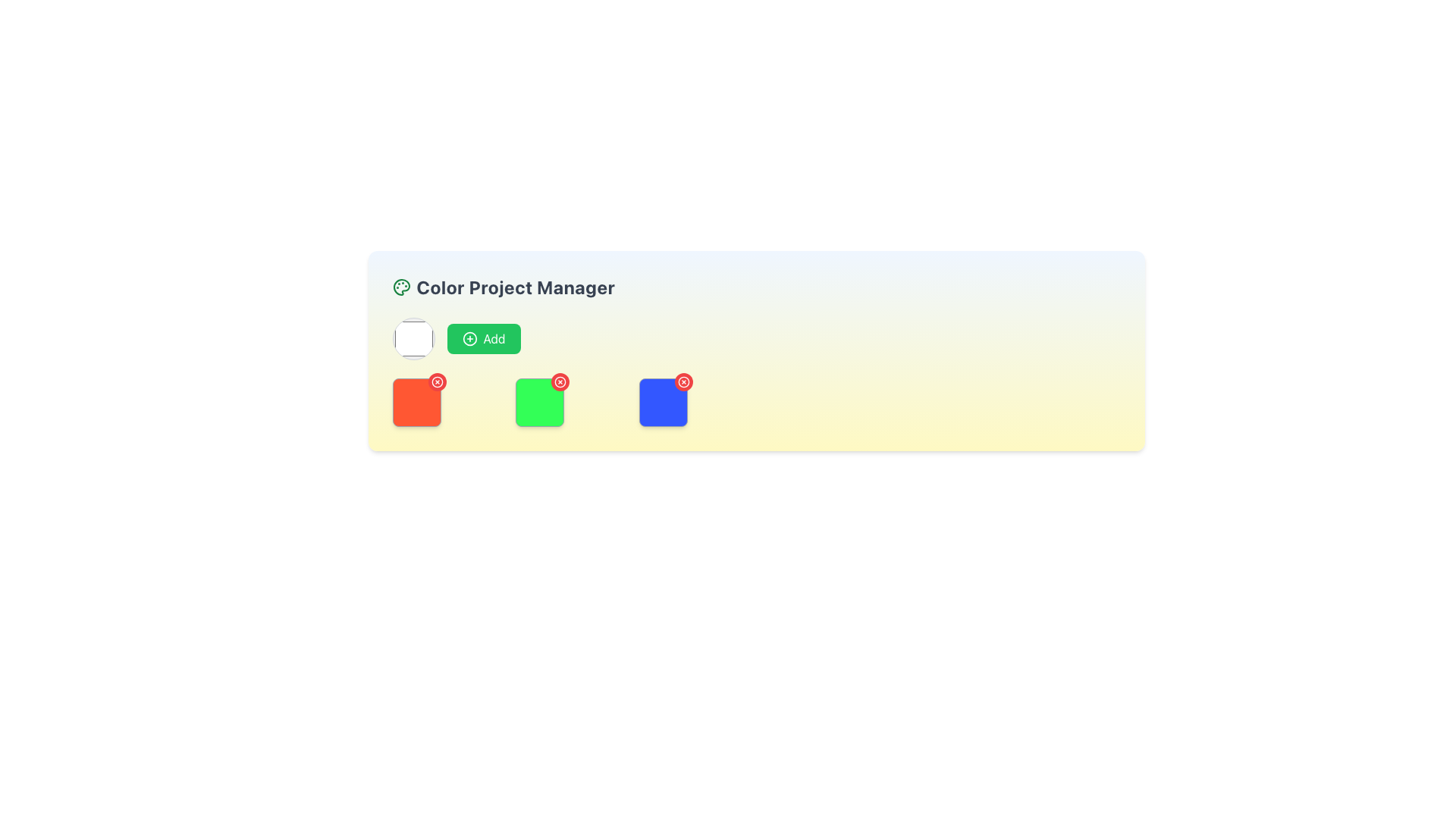 The height and width of the screenshot is (819, 1456). I want to click on the iconic button contained within a red circular badge at the top-right corner of the blue square, so click(682, 381).